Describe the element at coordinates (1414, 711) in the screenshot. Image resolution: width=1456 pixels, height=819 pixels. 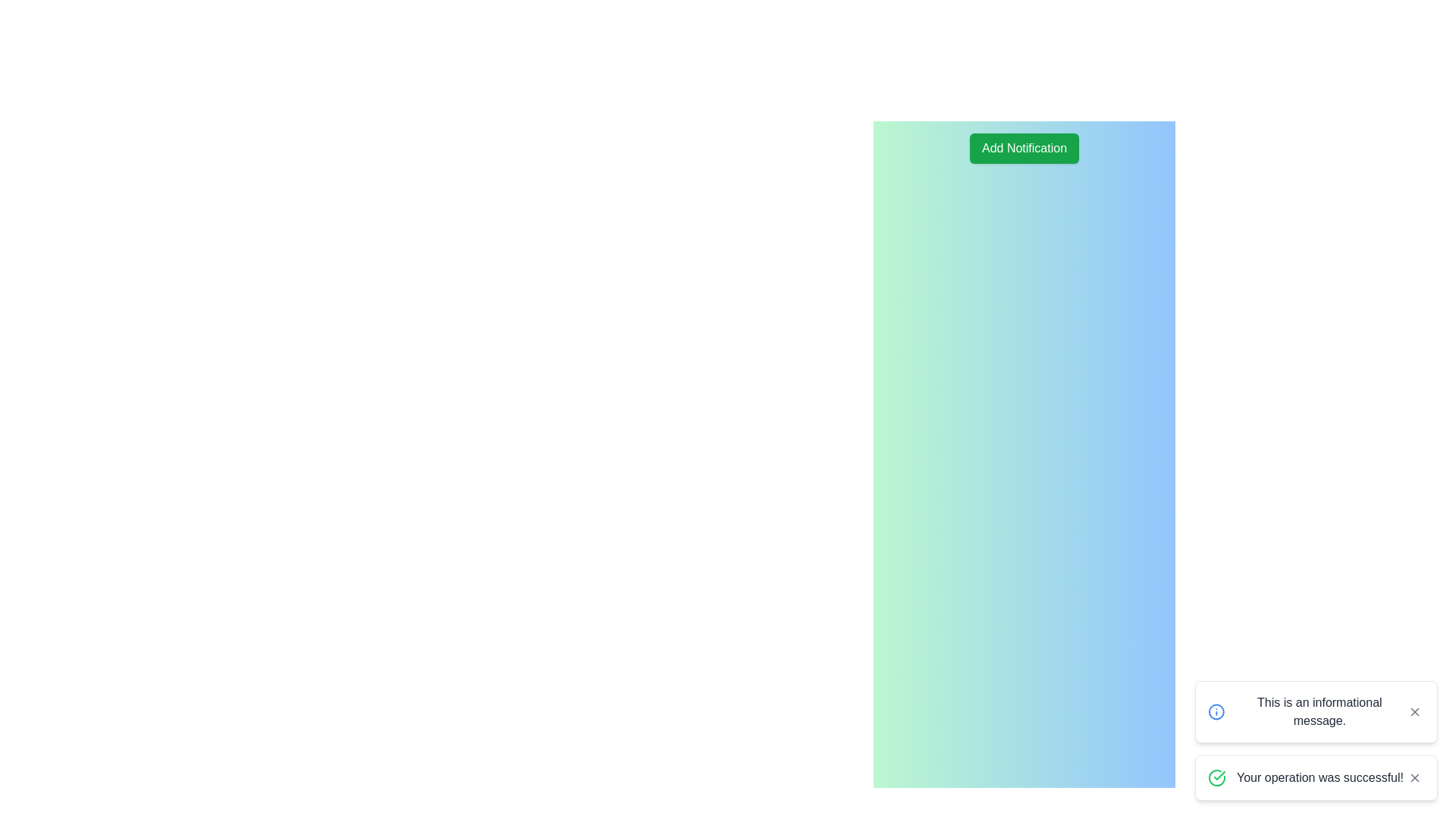
I see `the black 'X' icon close button located in the bottom-right corner of the notification box` at that location.